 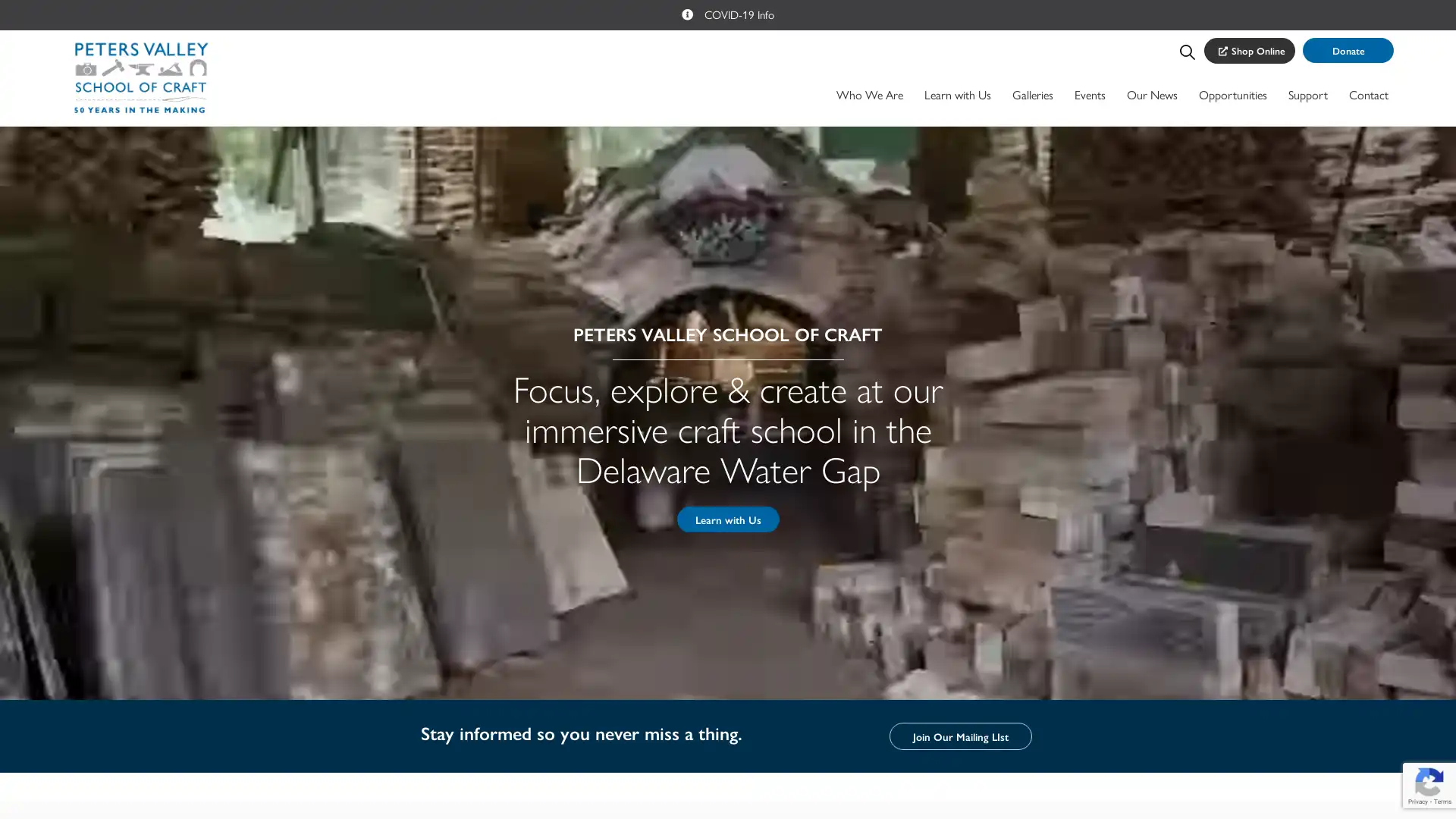 I want to click on Learn with Us, so click(x=726, y=519).